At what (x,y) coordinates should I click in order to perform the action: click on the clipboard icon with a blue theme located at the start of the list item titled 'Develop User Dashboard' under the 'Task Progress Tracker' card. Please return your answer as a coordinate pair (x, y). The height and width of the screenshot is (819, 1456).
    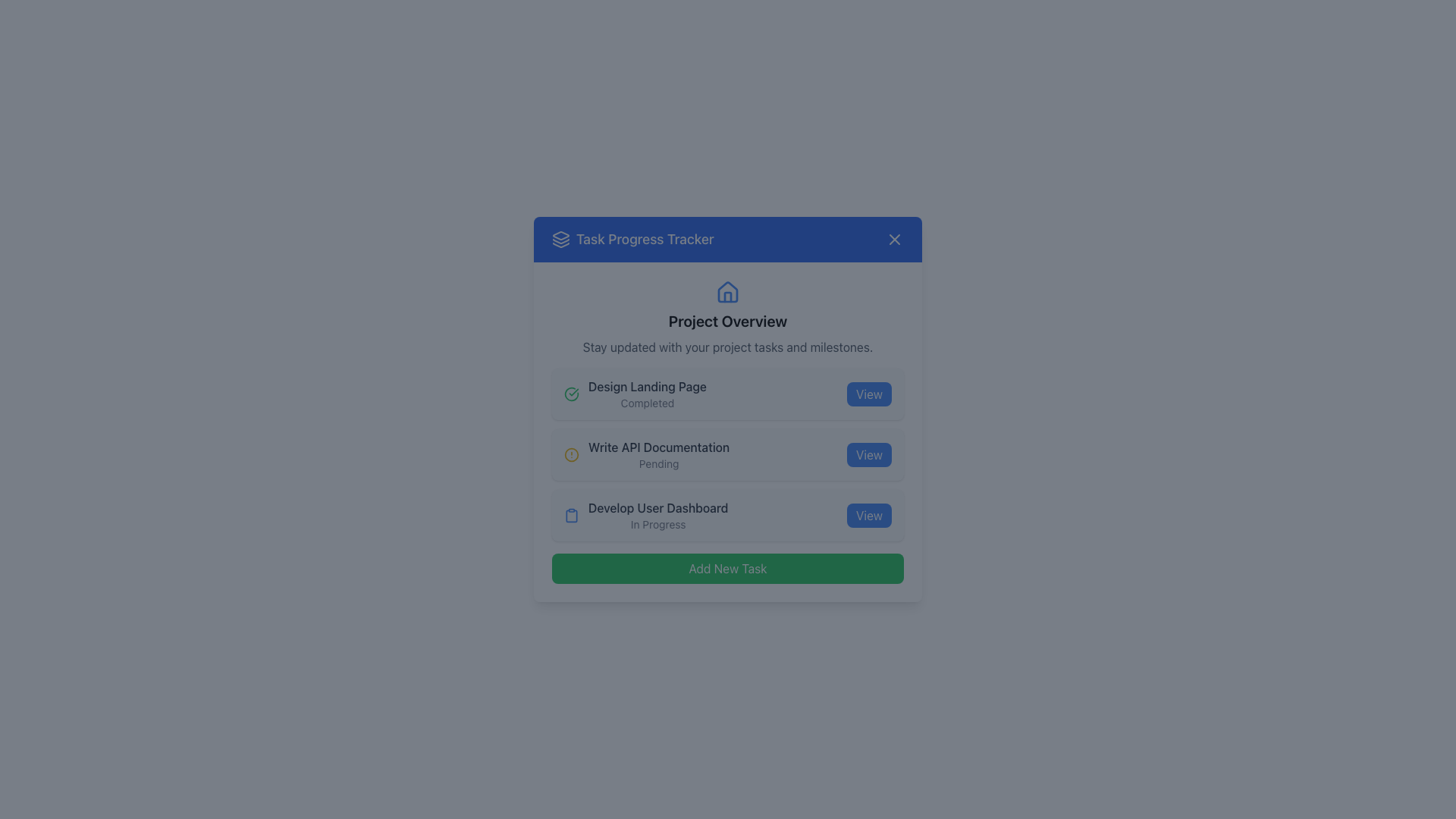
    Looking at the image, I should click on (570, 514).